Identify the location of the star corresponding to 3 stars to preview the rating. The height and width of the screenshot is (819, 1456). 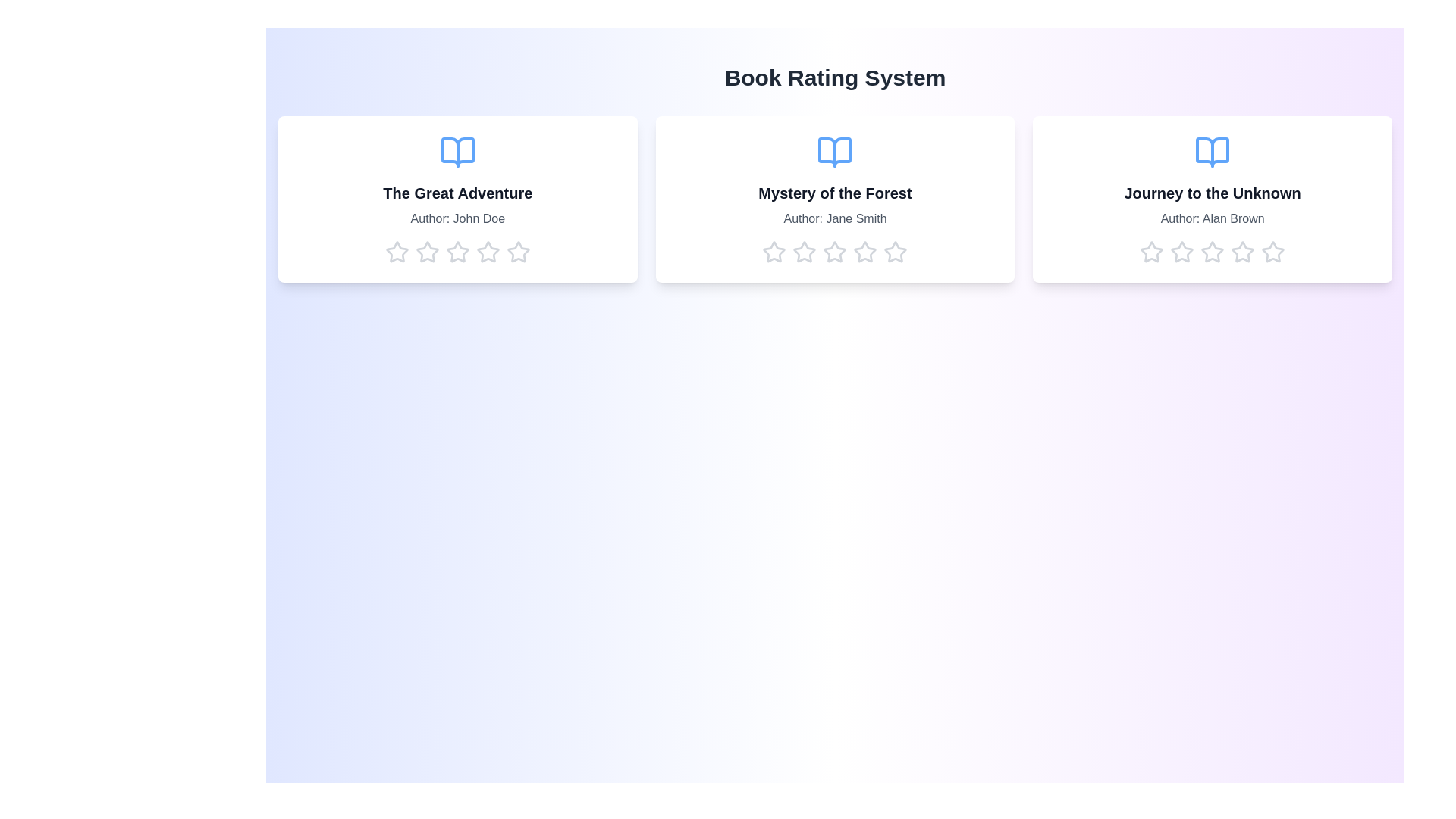
(457, 251).